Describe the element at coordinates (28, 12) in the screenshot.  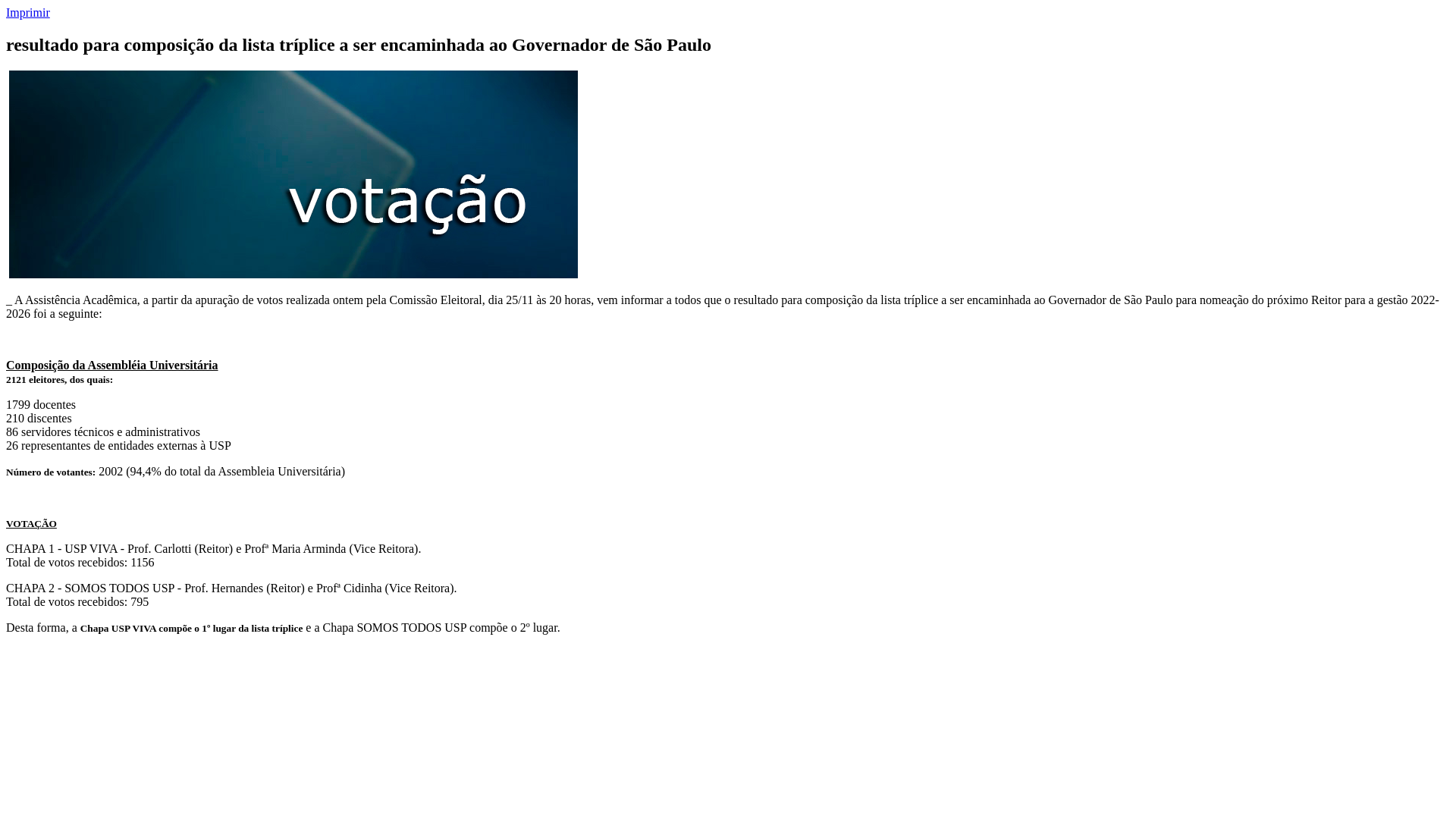
I see `'Imprimir'` at that location.